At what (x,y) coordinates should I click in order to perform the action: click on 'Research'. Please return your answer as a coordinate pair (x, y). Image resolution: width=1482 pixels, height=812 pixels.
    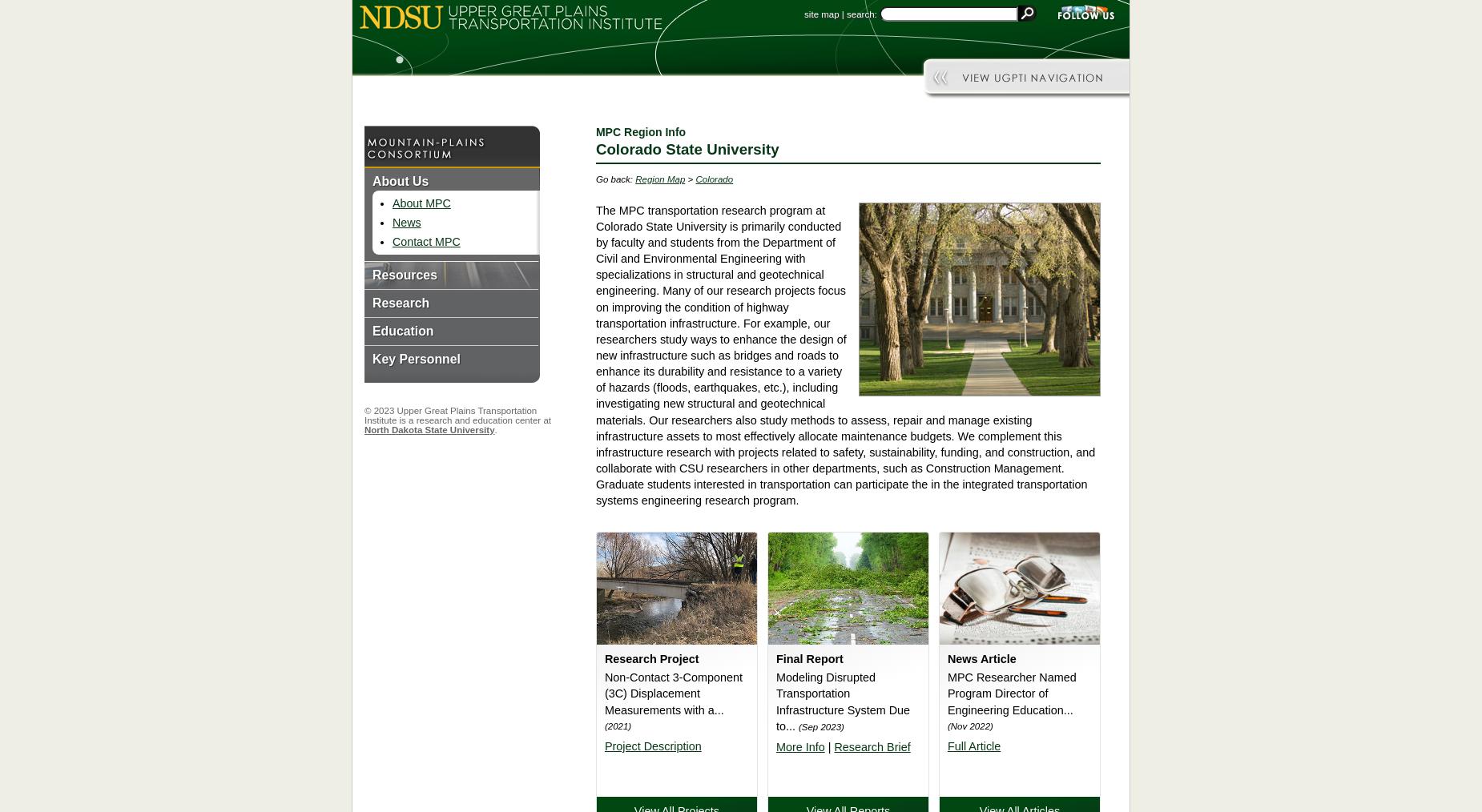
    Looking at the image, I should click on (401, 302).